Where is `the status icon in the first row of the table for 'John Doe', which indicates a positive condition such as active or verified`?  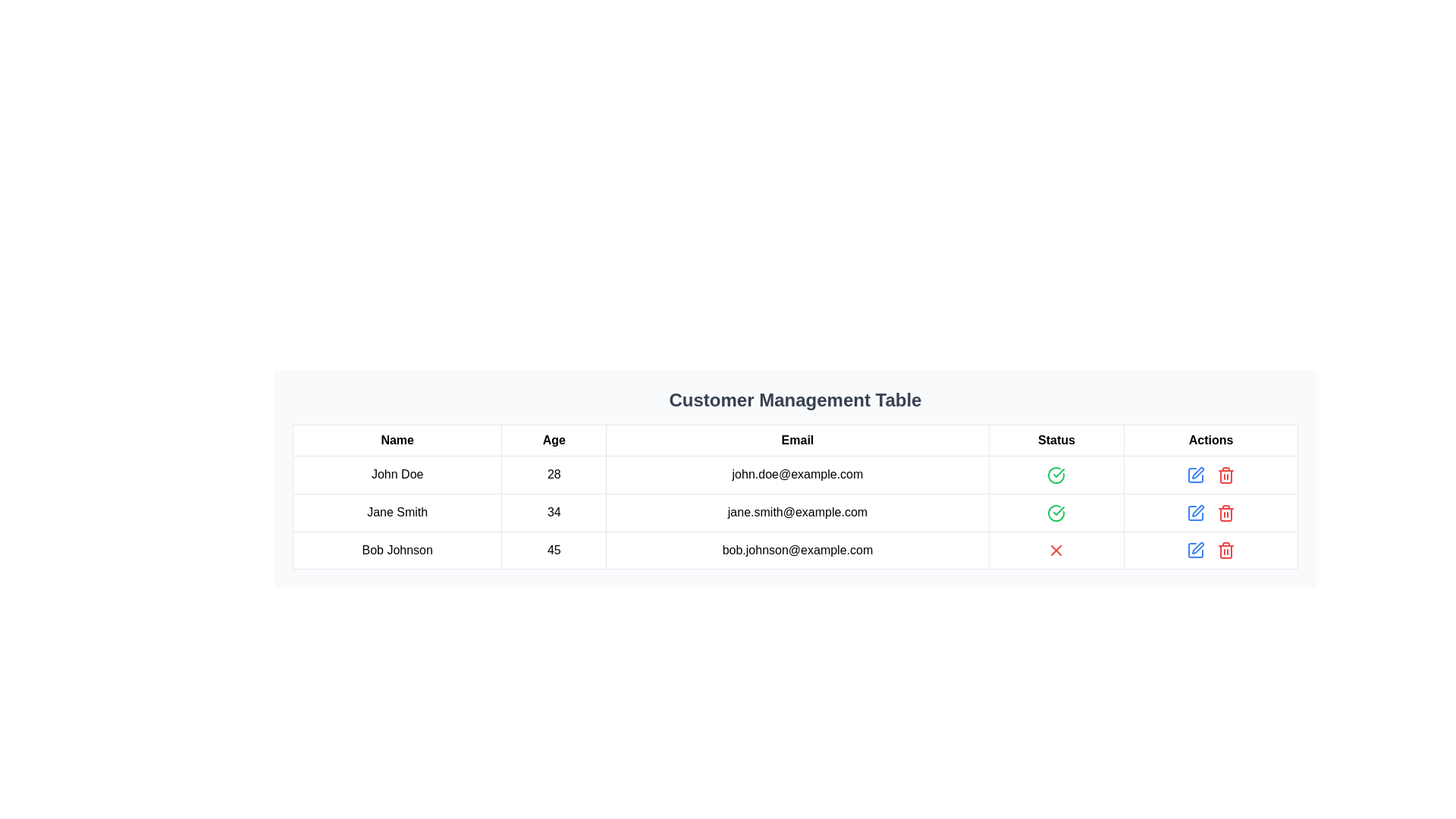 the status icon in the first row of the table for 'John Doe', which indicates a positive condition such as active or verified is located at coordinates (1056, 474).